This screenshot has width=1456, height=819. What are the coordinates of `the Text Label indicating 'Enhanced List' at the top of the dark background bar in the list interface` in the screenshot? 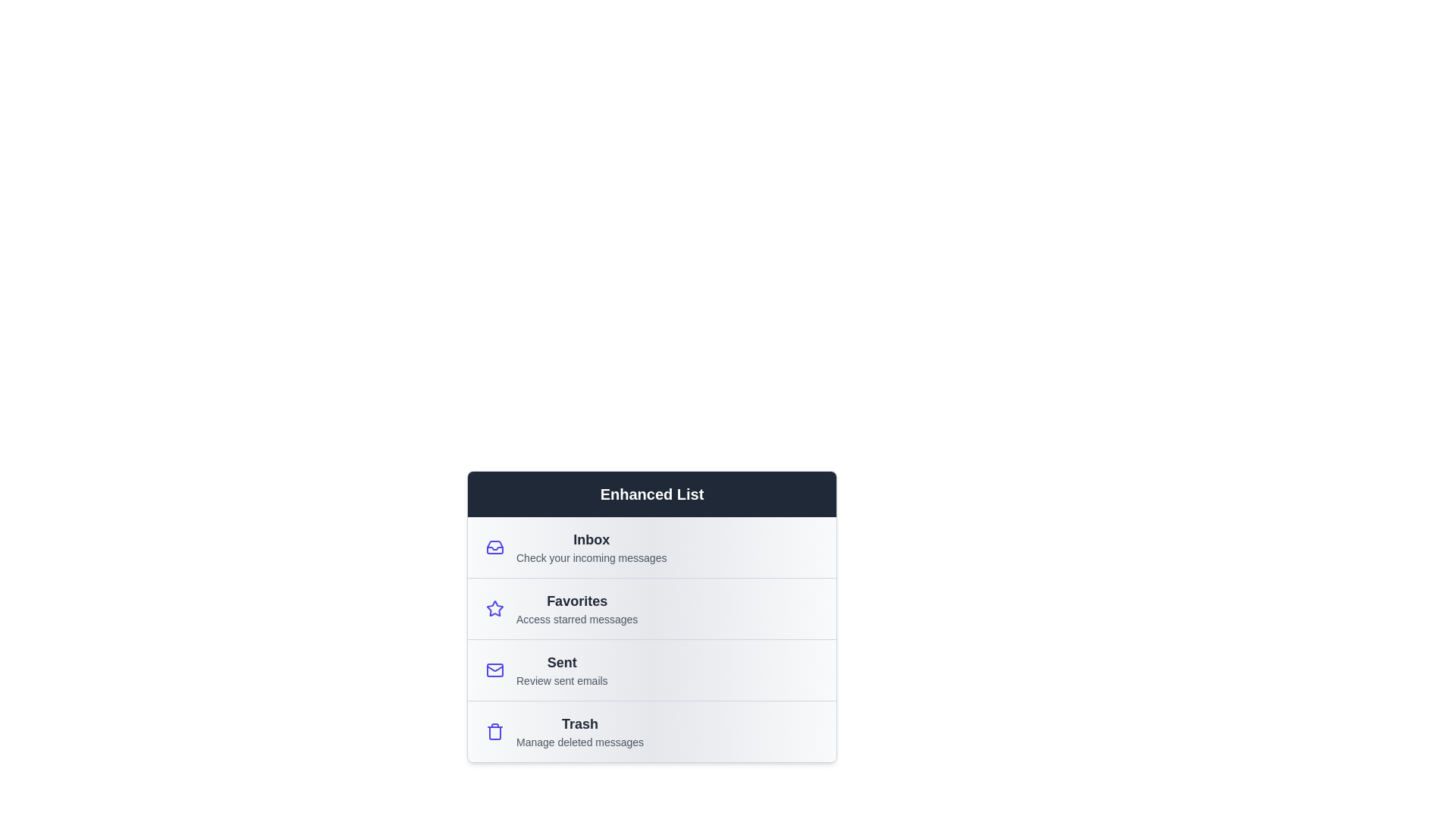 It's located at (651, 494).